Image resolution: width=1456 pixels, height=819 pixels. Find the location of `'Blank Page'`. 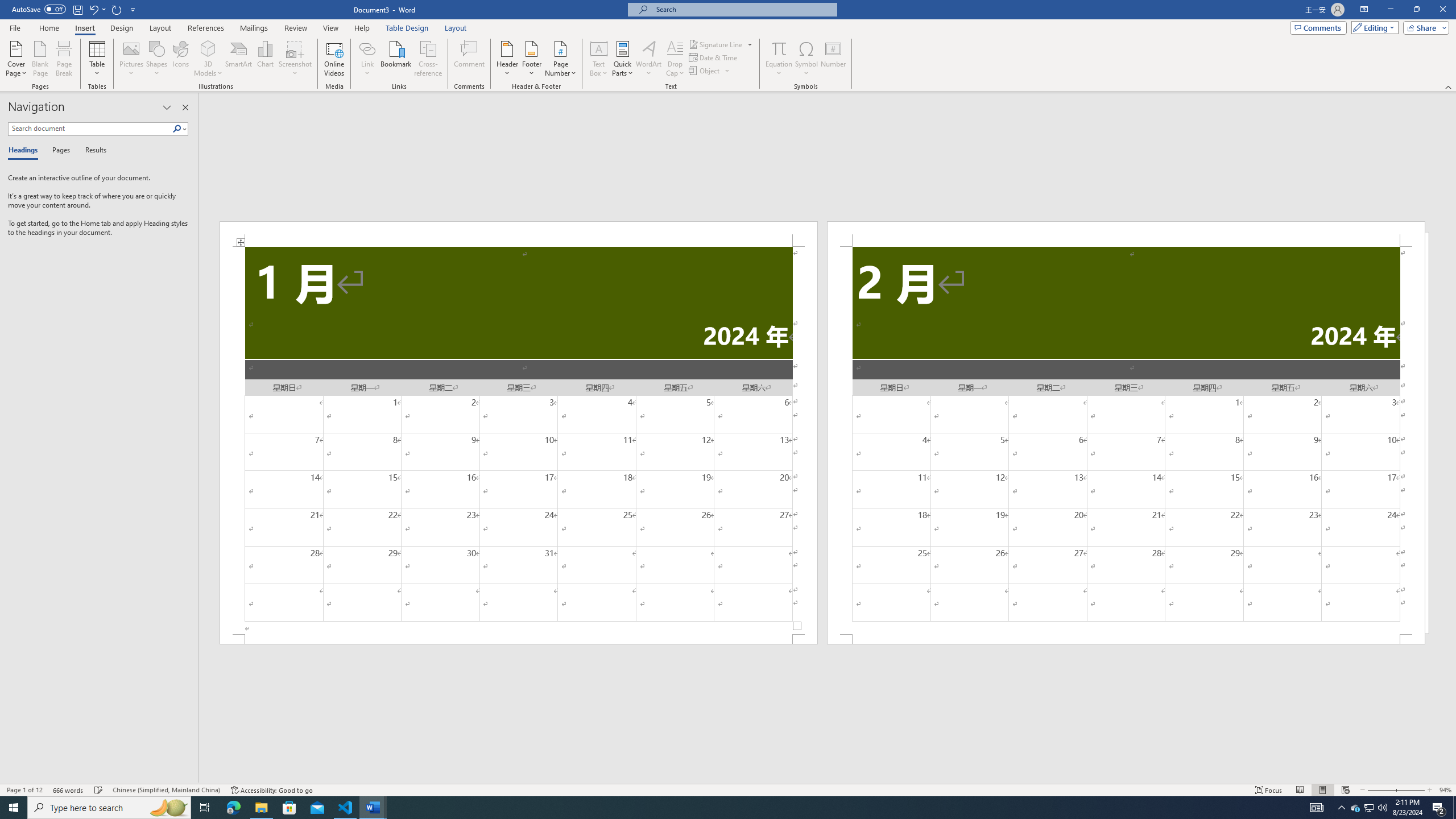

'Blank Page' is located at coordinates (40, 59).